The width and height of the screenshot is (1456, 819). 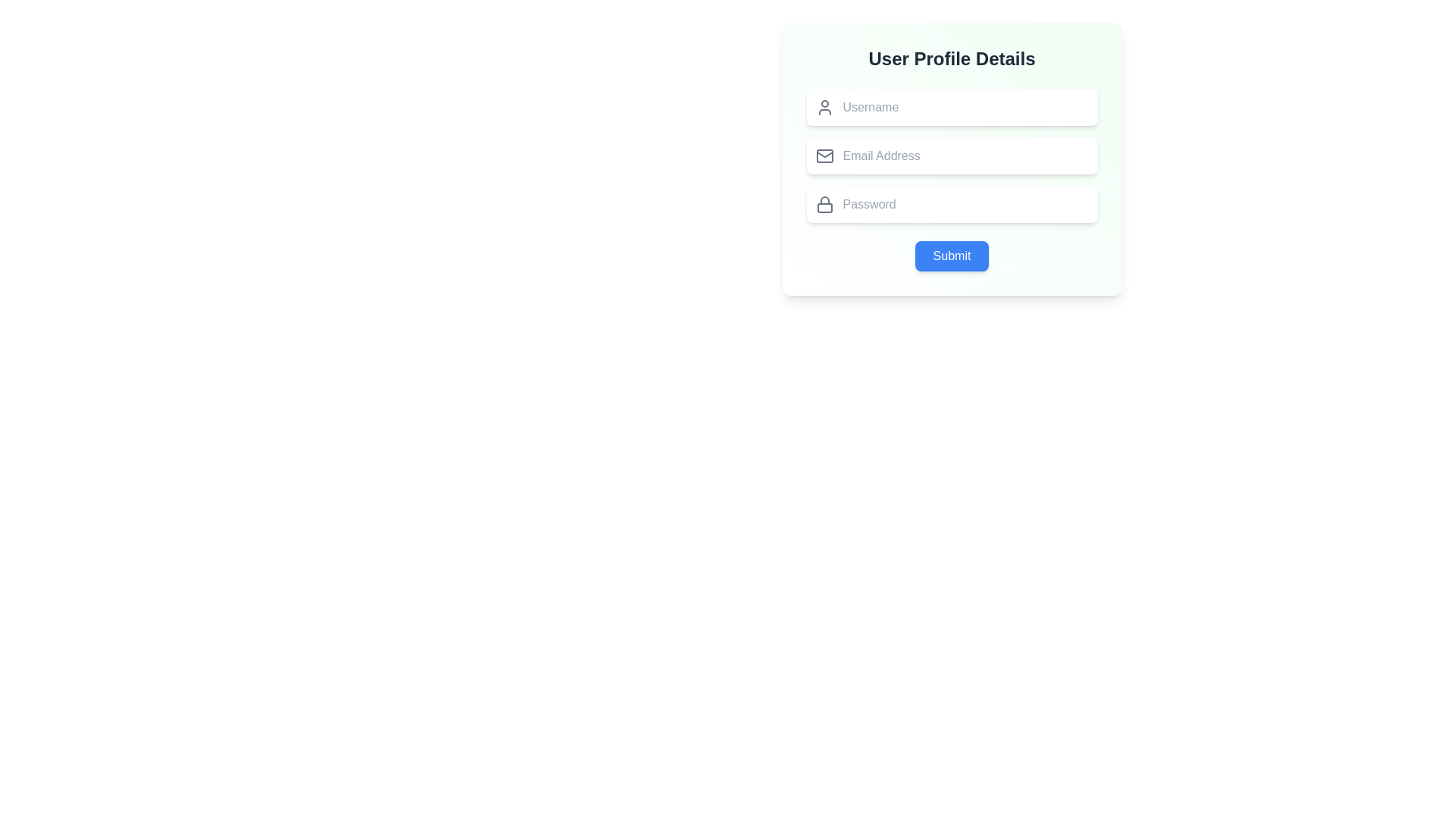 I want to click on the submit button located below the input fields for username, email, and password in the user profile details form to change its color, so click(x=951, y=256).